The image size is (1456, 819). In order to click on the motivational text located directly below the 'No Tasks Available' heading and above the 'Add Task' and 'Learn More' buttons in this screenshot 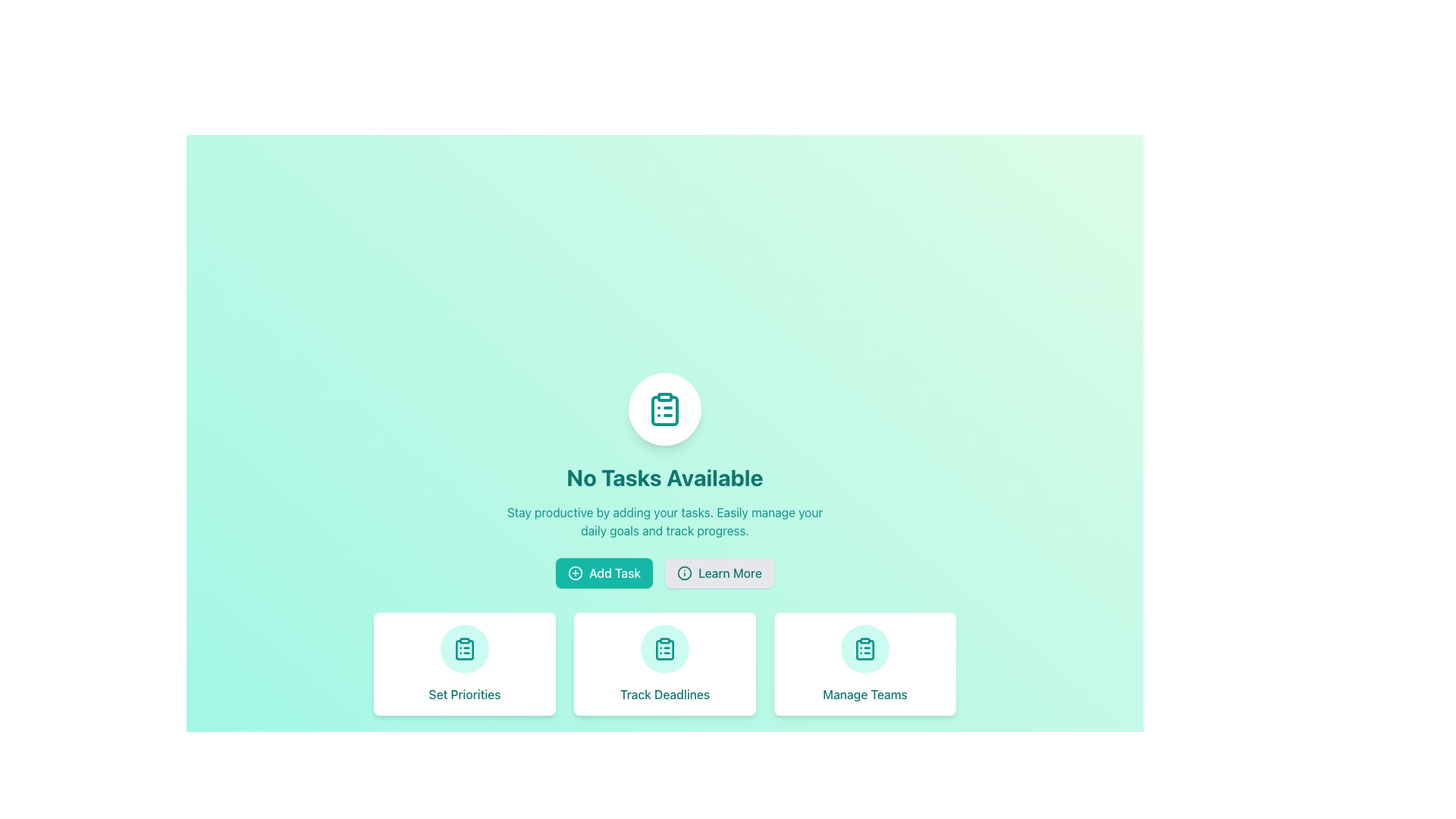, I will do `click(665, 520)`.